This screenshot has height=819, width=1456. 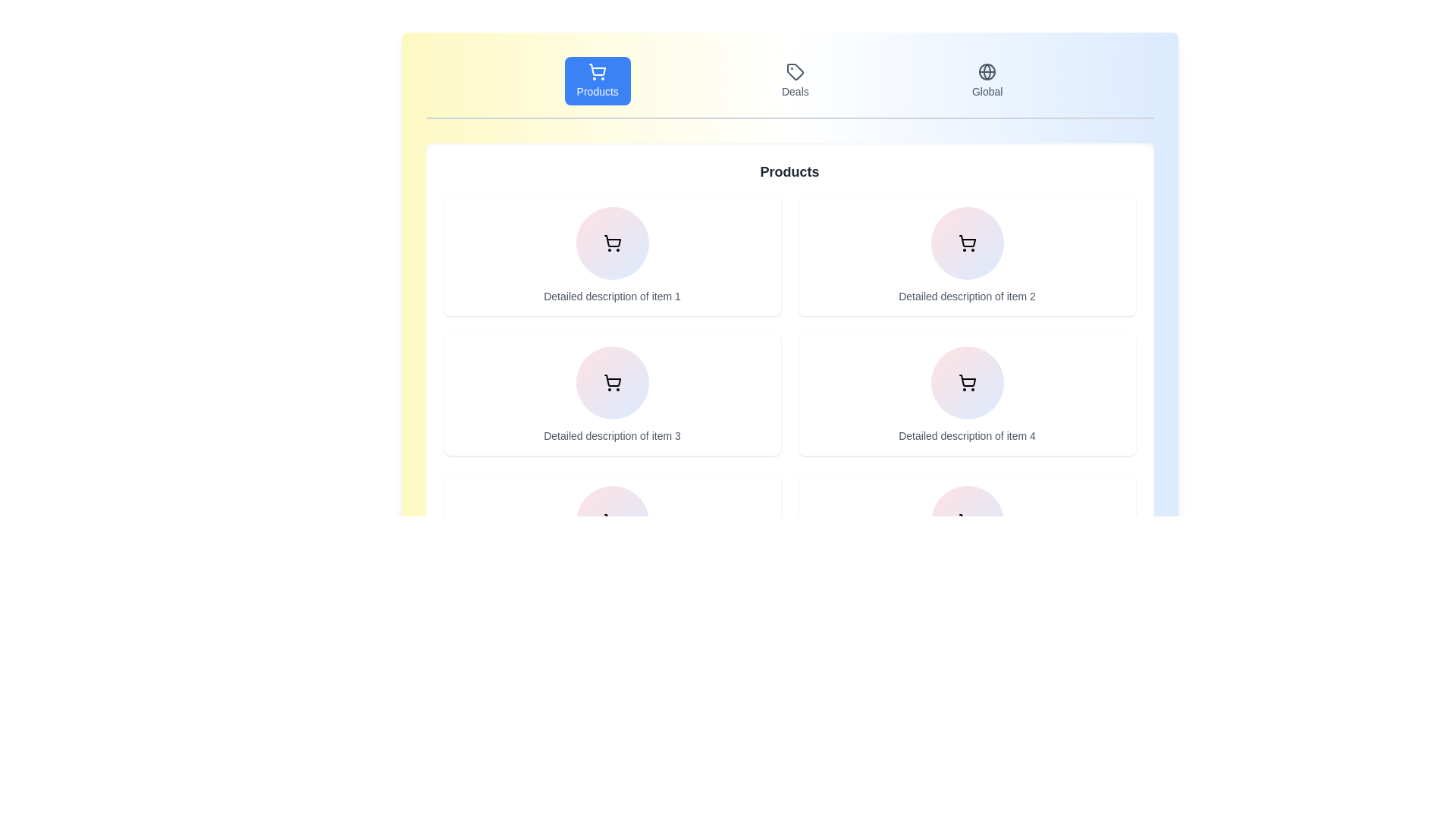 What do you see at coordinates (987, 81) in the screenshot?
I see `the tab labeled Global` at bounding box center [987, 81].